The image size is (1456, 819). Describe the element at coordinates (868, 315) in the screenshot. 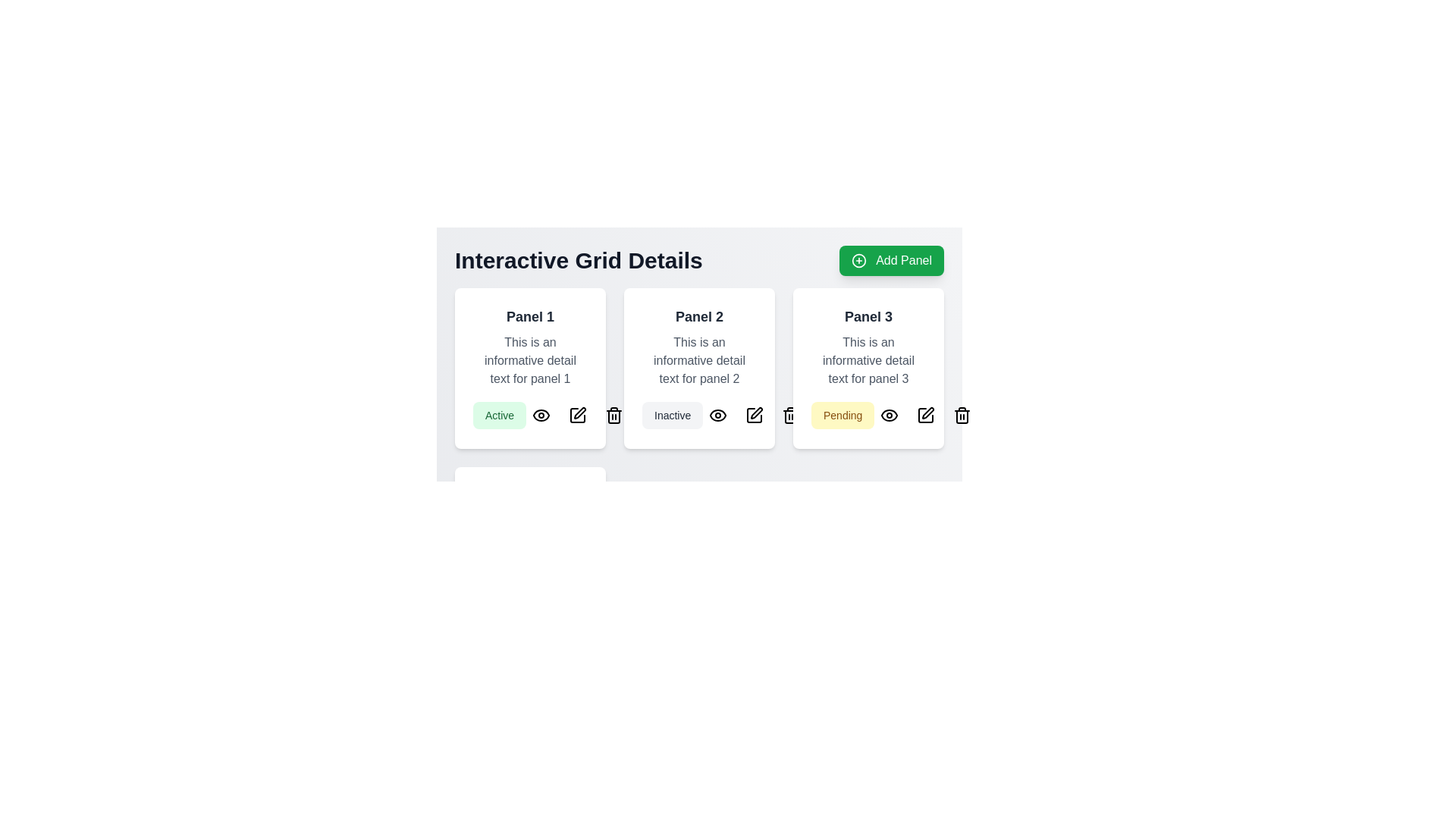

I see `the bold text label reading 'Panel 3' located at the top center of the card layout for 'Panel 3'` at that location.